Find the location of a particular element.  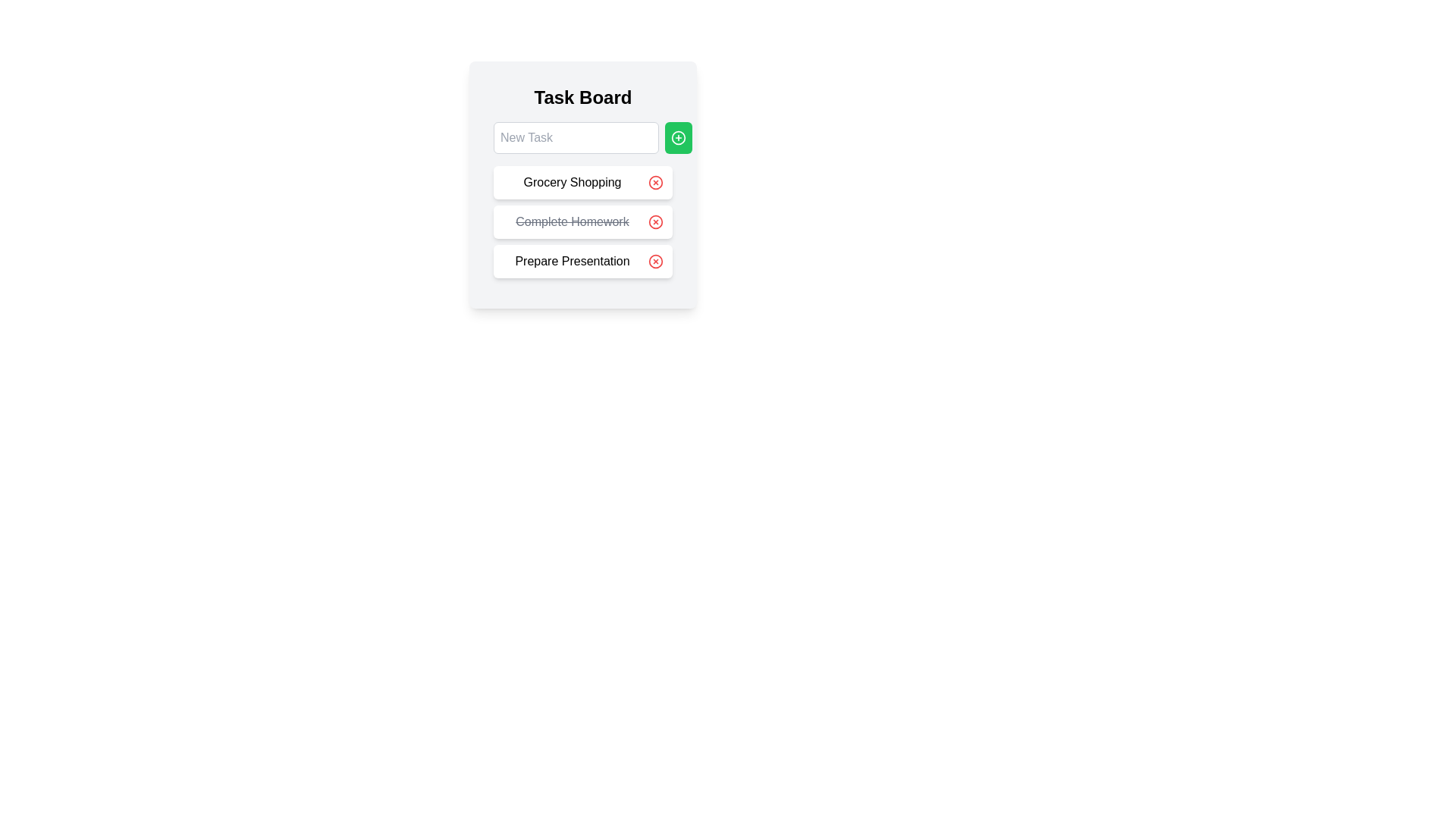

the 'Grocery Shopping' task item is located at coordinates (582, 181).